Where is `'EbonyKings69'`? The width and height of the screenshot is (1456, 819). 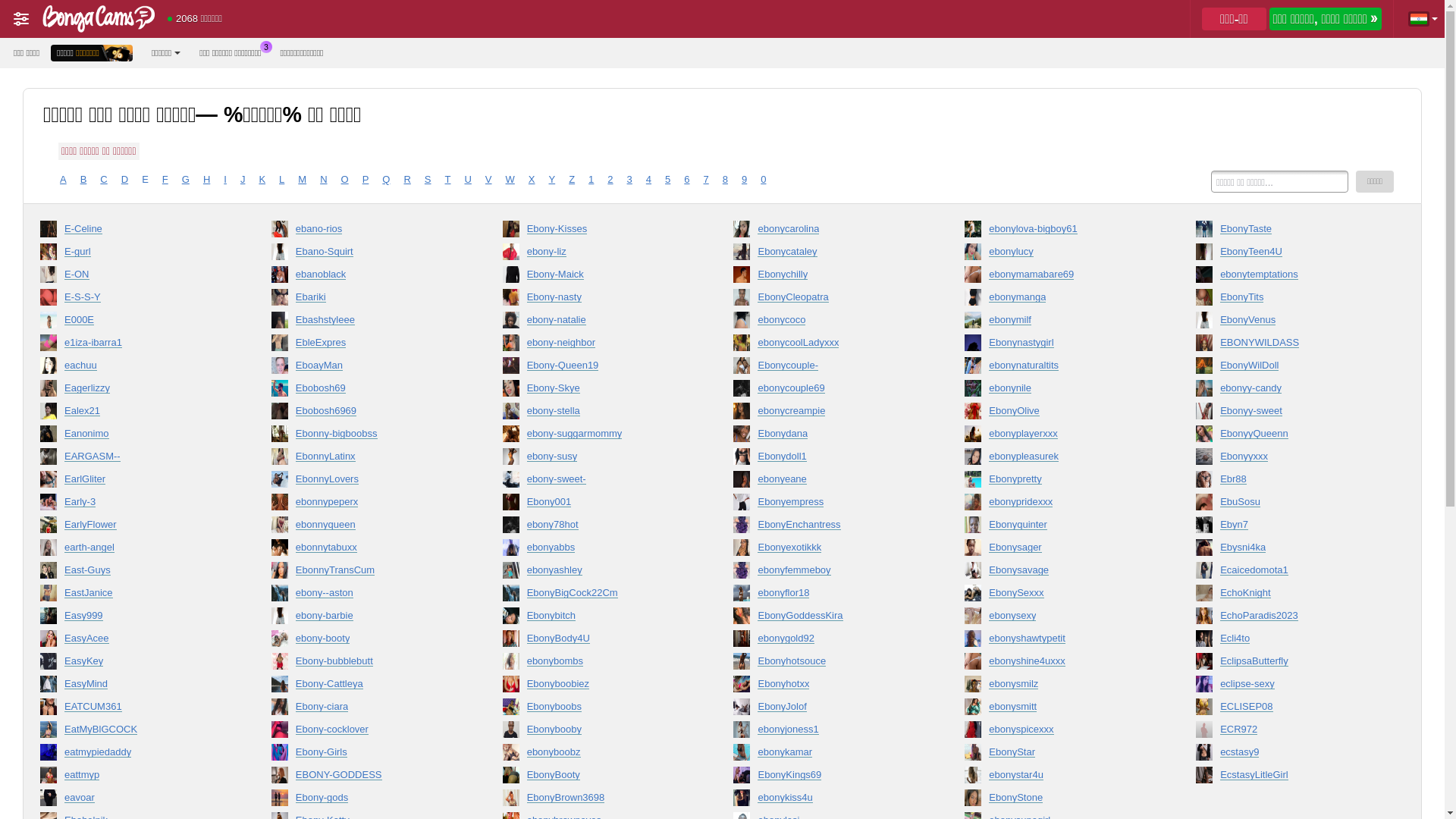 'EbonyKings69' is located at coordinates (826, 778).